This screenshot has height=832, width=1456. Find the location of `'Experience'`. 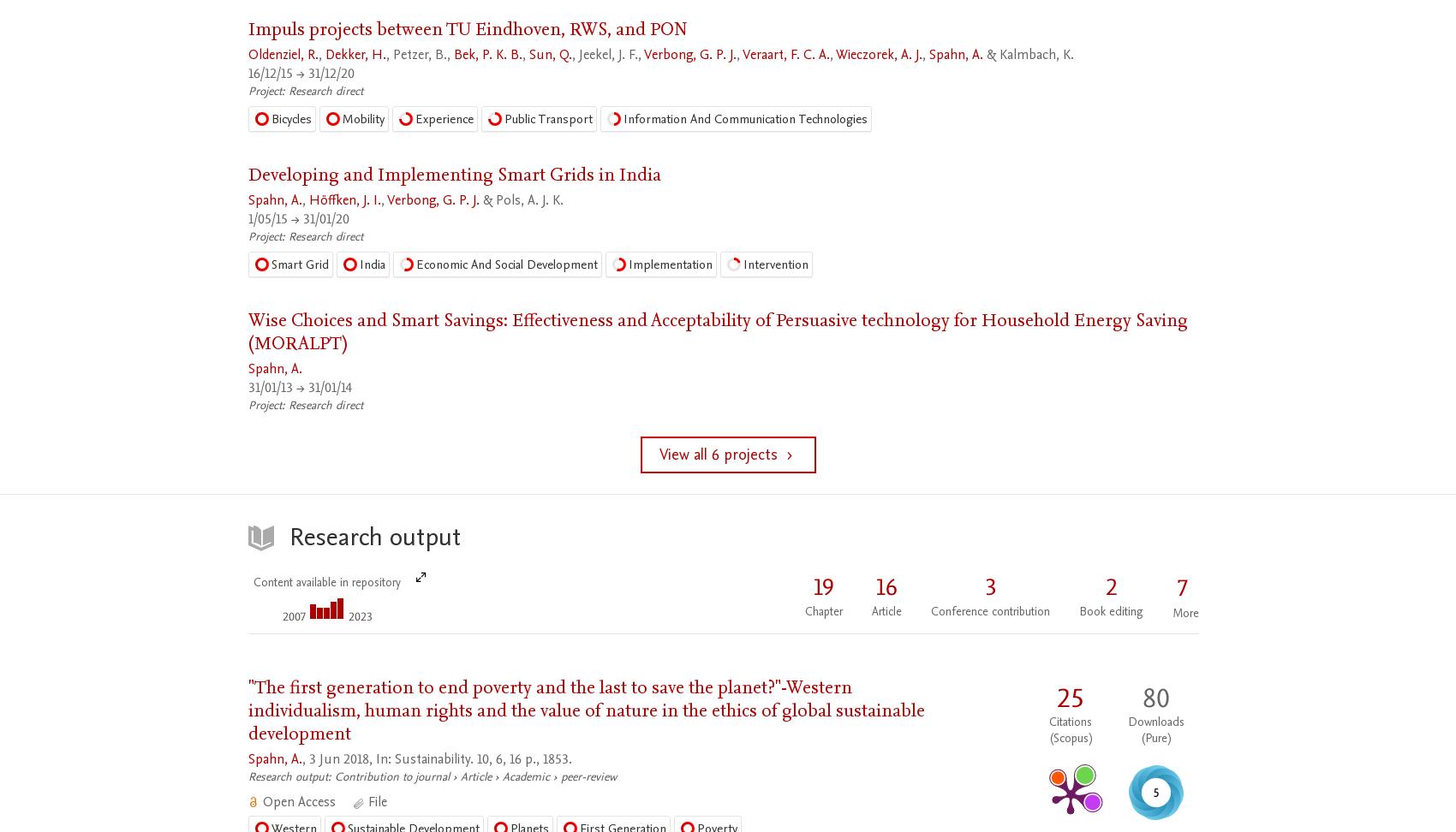

'Experience' is located at coordinates (445, 118).